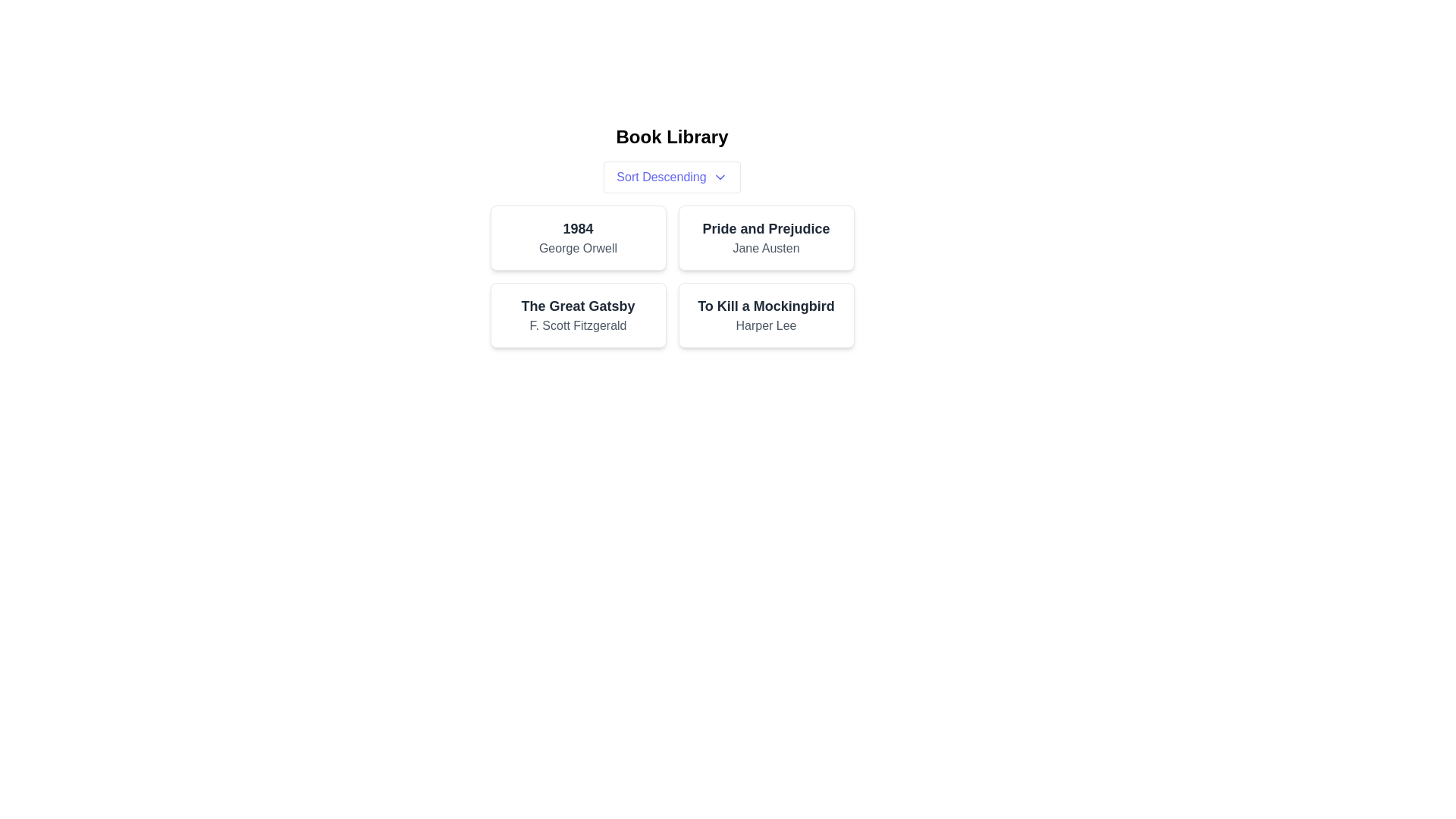 The image size is (1456, 819). Describe the element at coordinates (766, 228) in the screenshot. I see `the static text label displaying the title 'Pride and Prejudice', which identifies the book entry located in the top row, second column of the grid layout` at that location.